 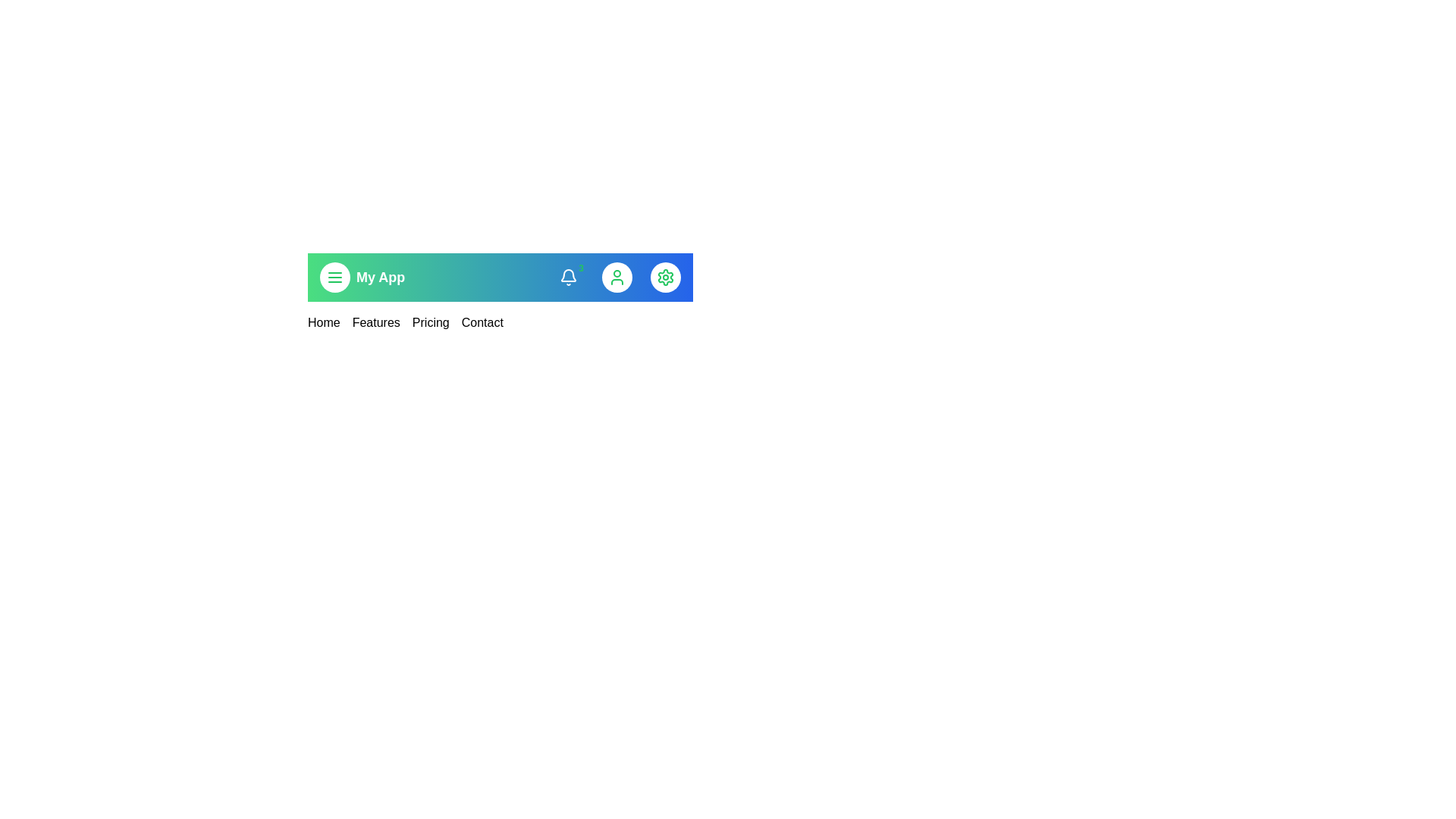 I want to click on the menu link corresponding to Pricing, so click(x=429, y=322).